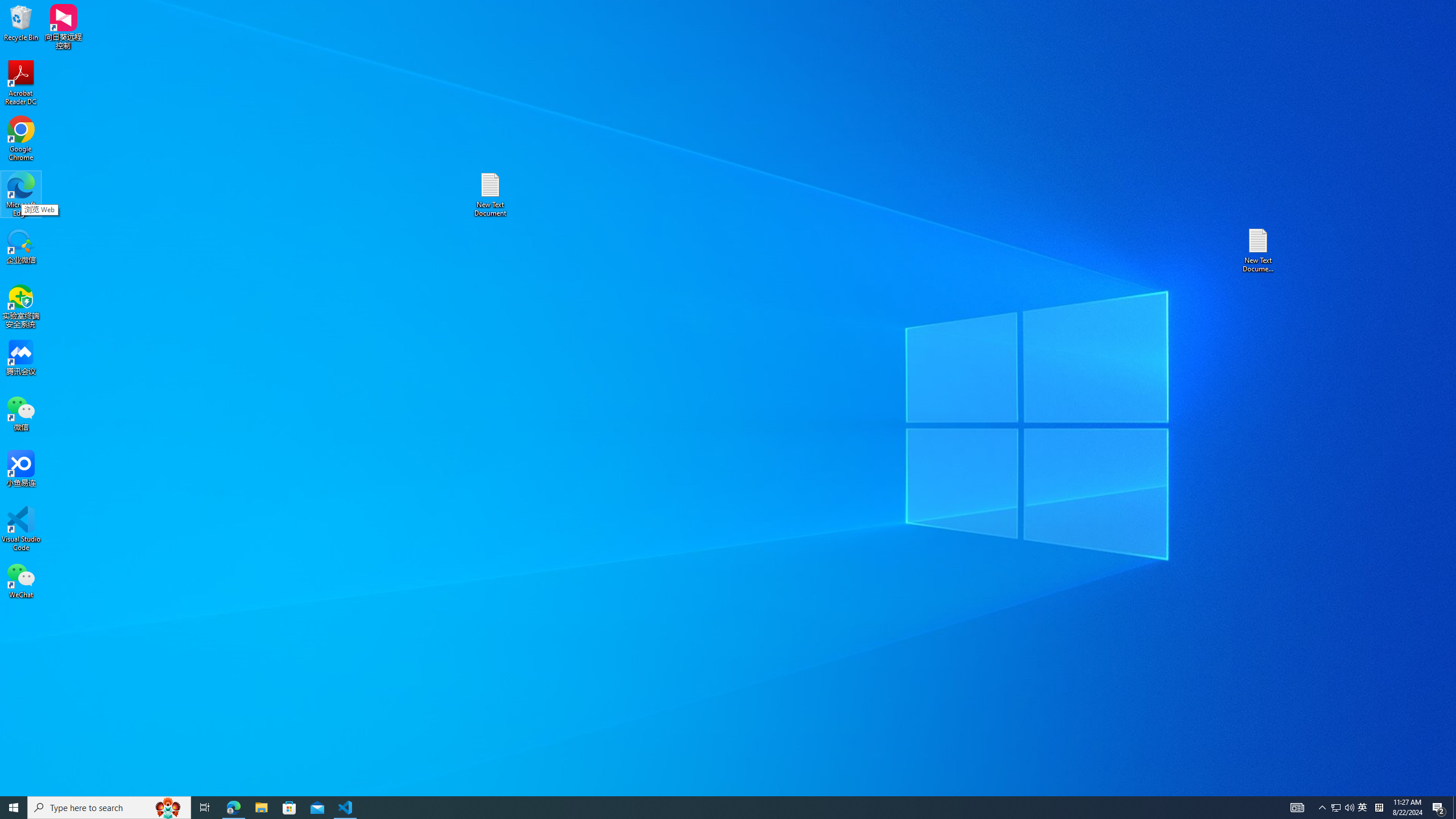 This screenshot has height=819, width=1456. Describe the element at coordinates (109, 806) in the screenshot. I see `'Type here to search'` at that location.